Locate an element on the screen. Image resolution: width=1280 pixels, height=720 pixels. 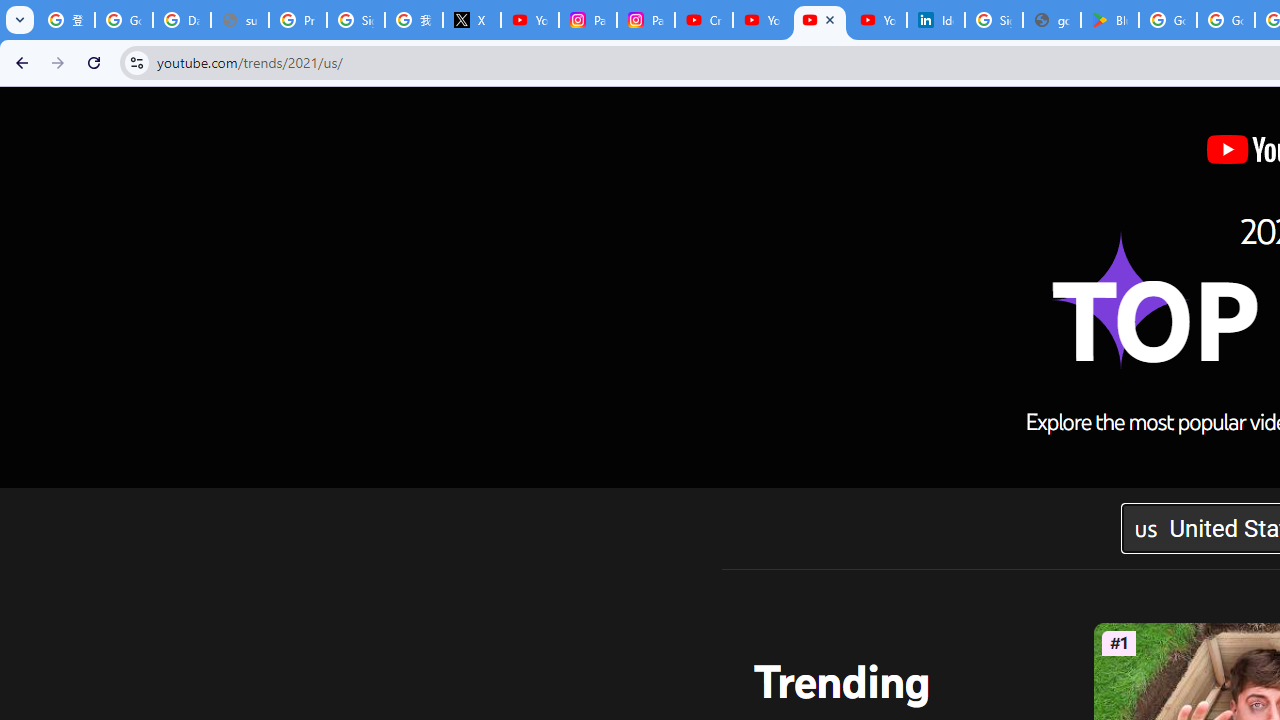
'YouTube Culture & Trends - YouTube Top 10, 2021' is located at coordinates (819, 20).